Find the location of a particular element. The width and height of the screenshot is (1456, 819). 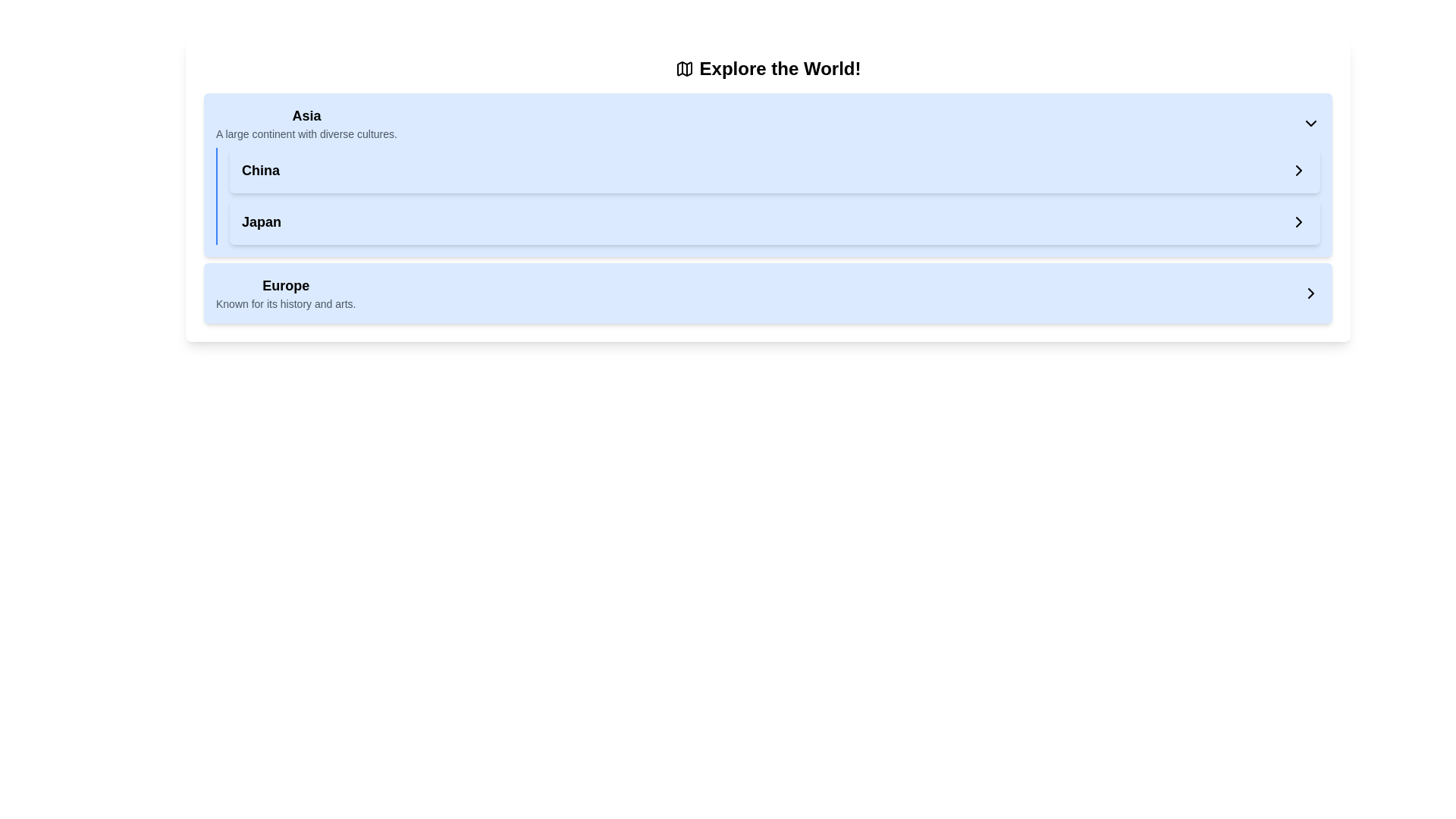

the Chevron Down icon associated with the 'Asia' section in the 'Explore the World!' interface is located at coordinates (1310, 122).